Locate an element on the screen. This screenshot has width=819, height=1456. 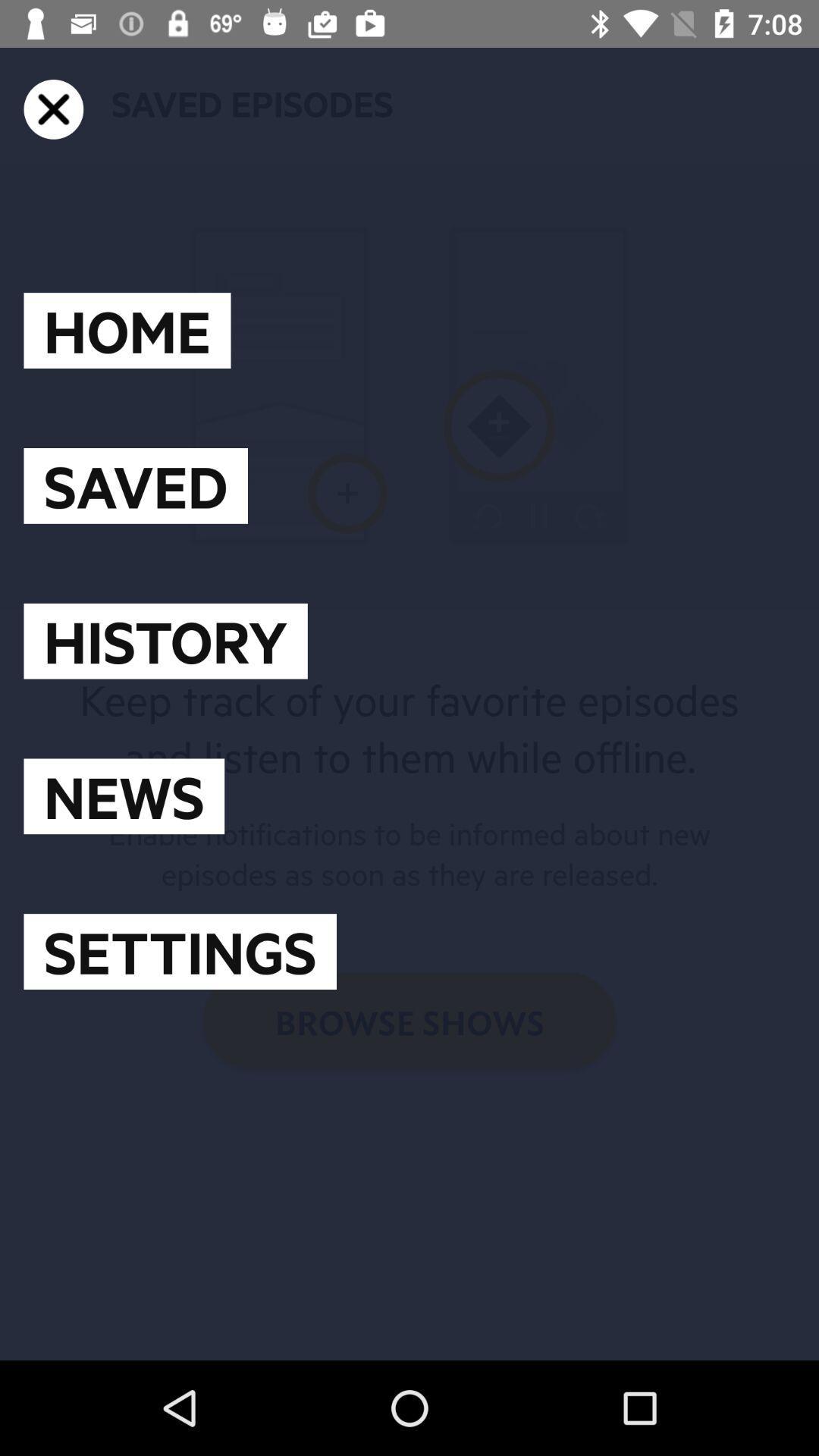
item above news item is located at coordinates (165, 641).